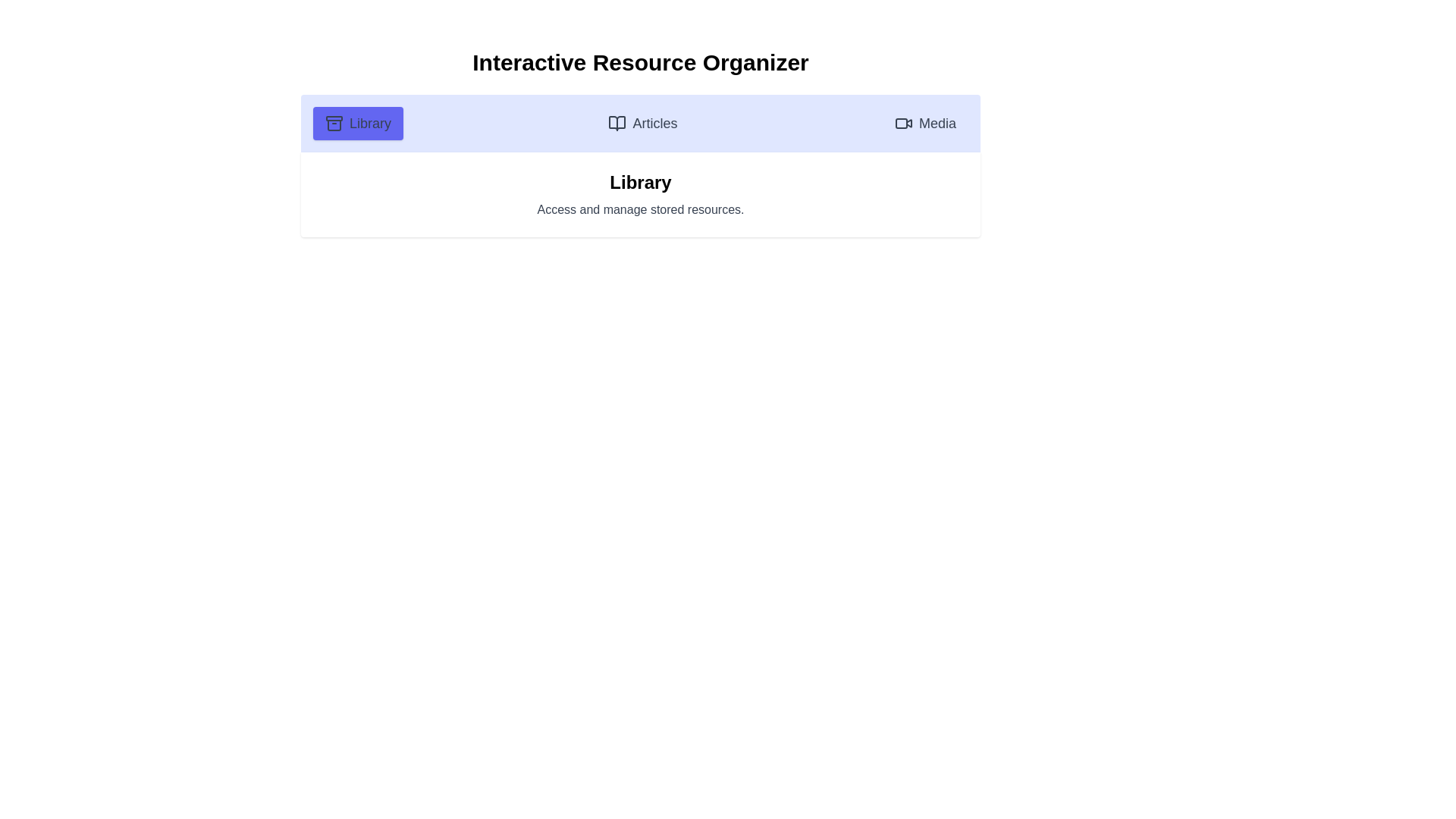  Describe the element at coordinates (924, 122) in the screenshot. I see `the tab corresponding to Media to change the content text` at that location.